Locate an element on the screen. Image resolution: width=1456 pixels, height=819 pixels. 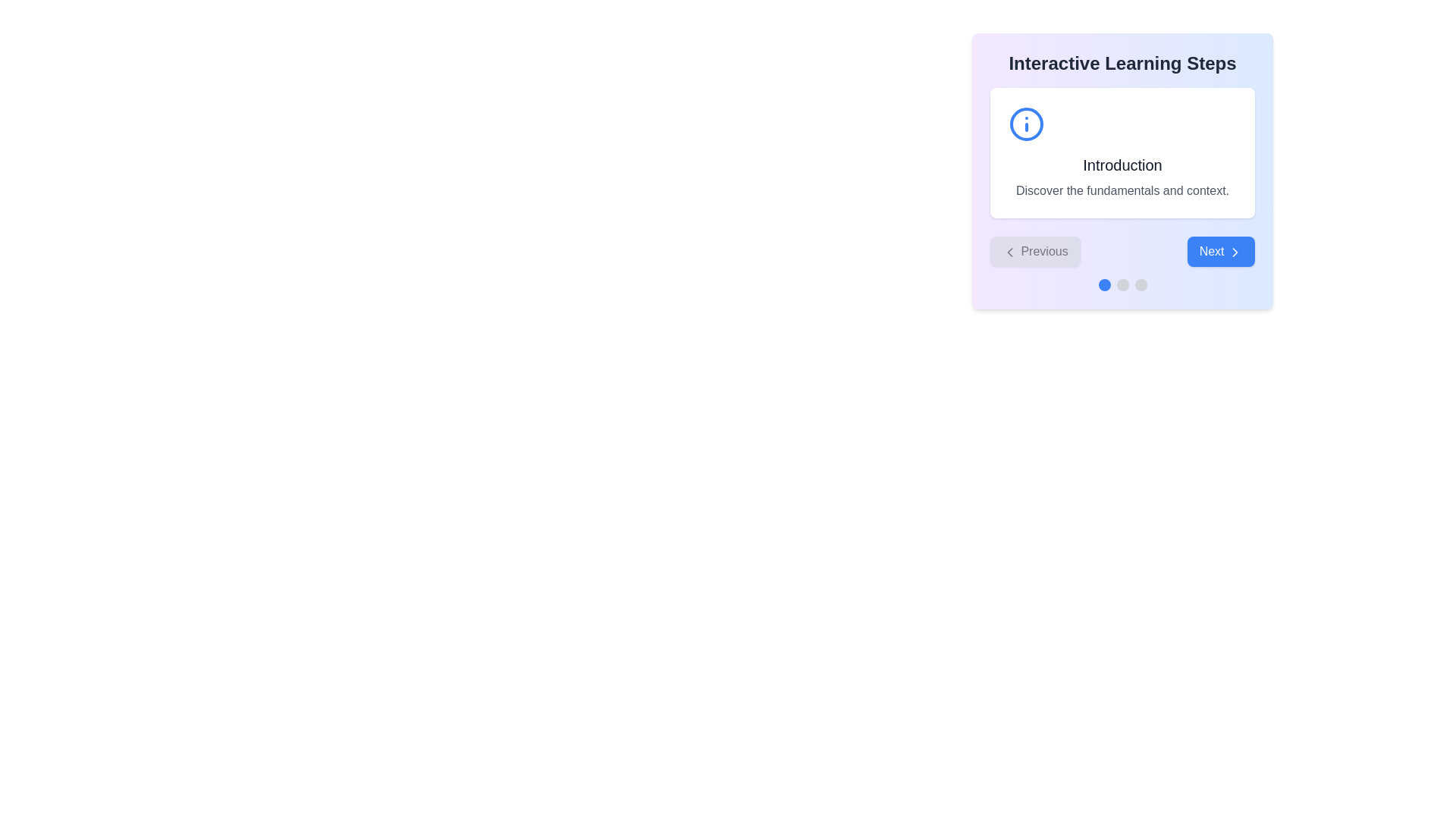
the leftmost progress indicator in the sequence, which visually represents the current active step is located at coordinates (1104, 284).